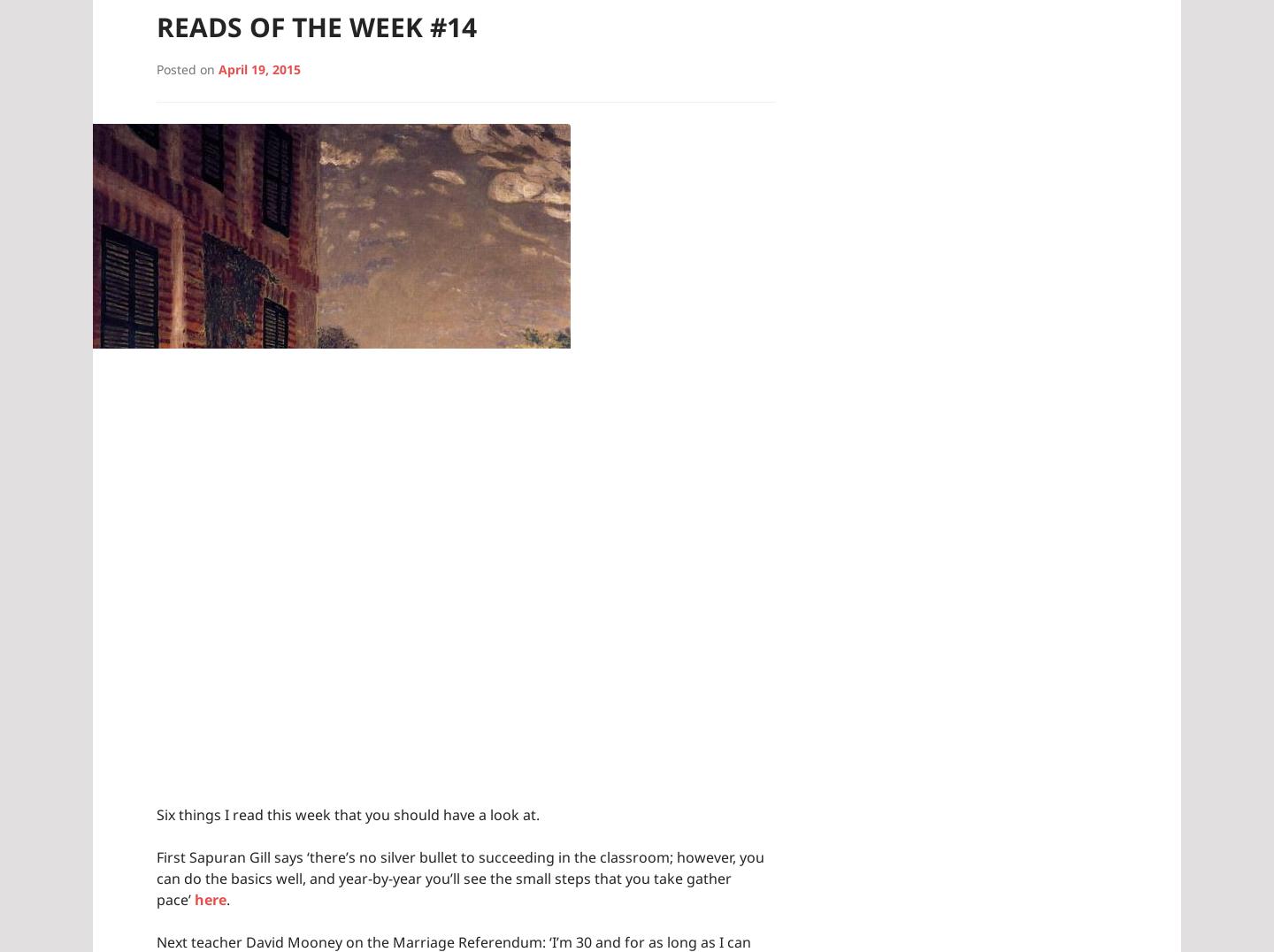  What do you see at coordinates (353, 940) in the screenshot?
I see `'Next teacher David Mooney on the Marriage Referendum: ‘'` at bounding box center [353, 940].